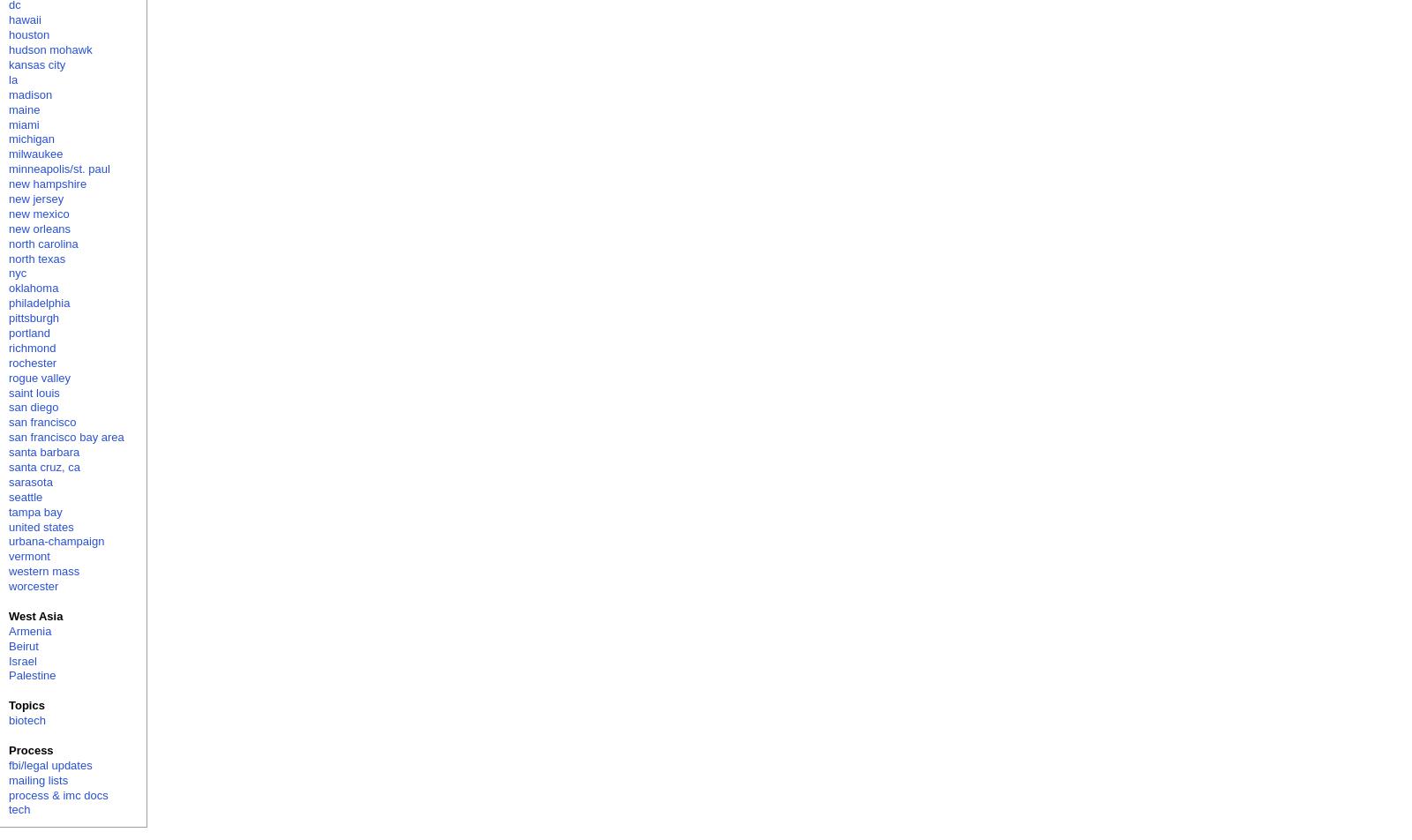 The image size is (1412, 840). Describe the element at coordinates (42, 571) in the screenshot. I see `'western mass'` at that location.